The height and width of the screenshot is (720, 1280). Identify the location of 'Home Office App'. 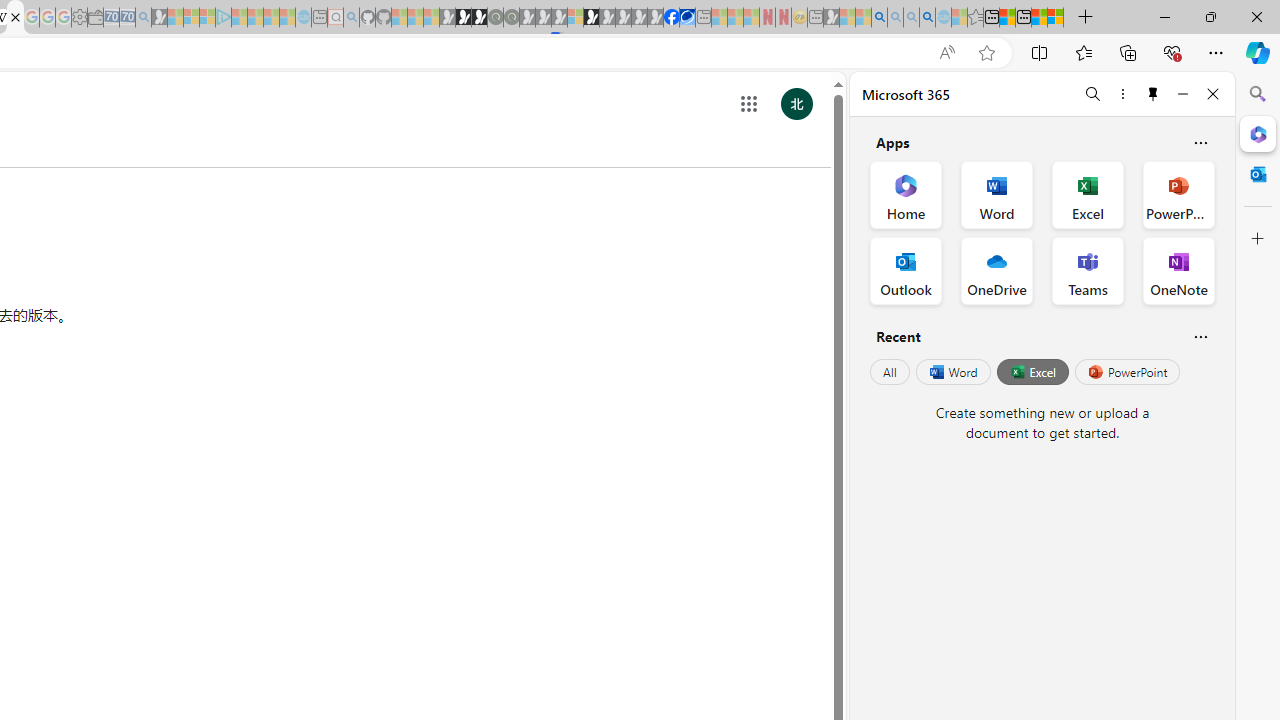
(905, 195).